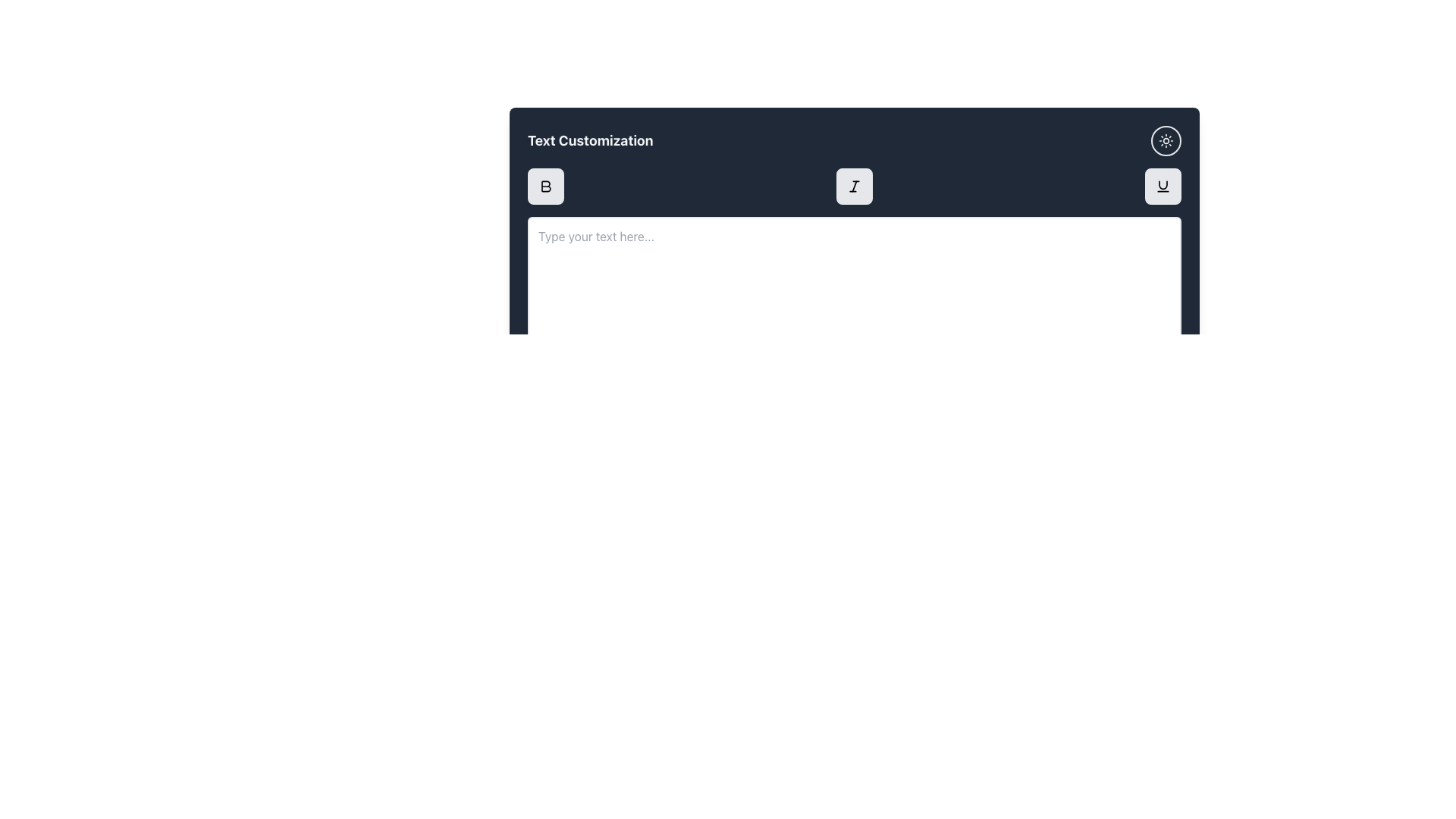 The height and width of the screenshot is (819, 1456). I want to click on the toggle button for theme switcher or brightness adjustment located in the top-right corner of the 'Text Customization' header, so click(1165, 140).